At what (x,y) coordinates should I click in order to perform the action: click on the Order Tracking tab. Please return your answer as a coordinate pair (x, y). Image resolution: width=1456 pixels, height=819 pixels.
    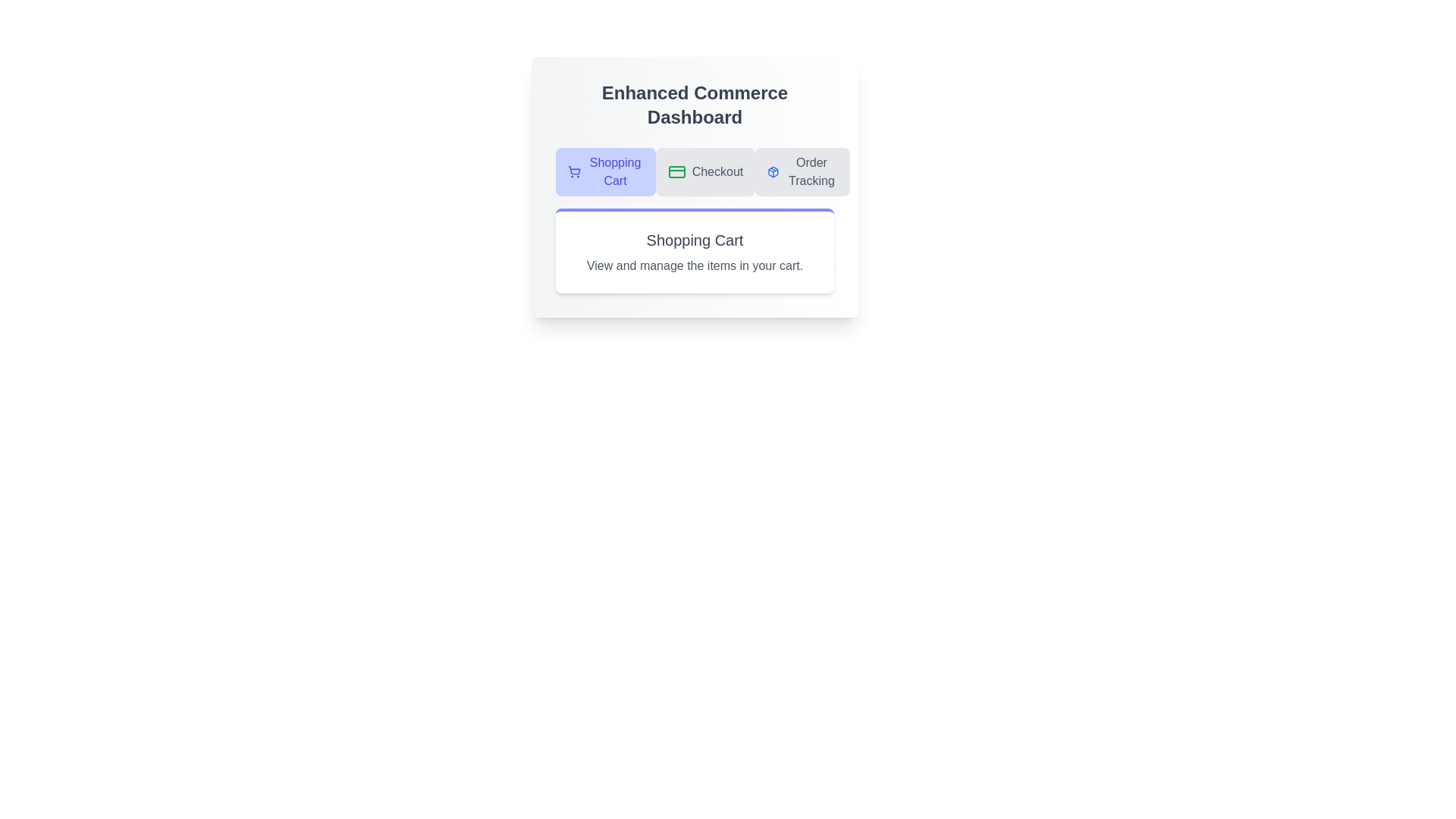
    Looking at the image, I should click on (802, 171).